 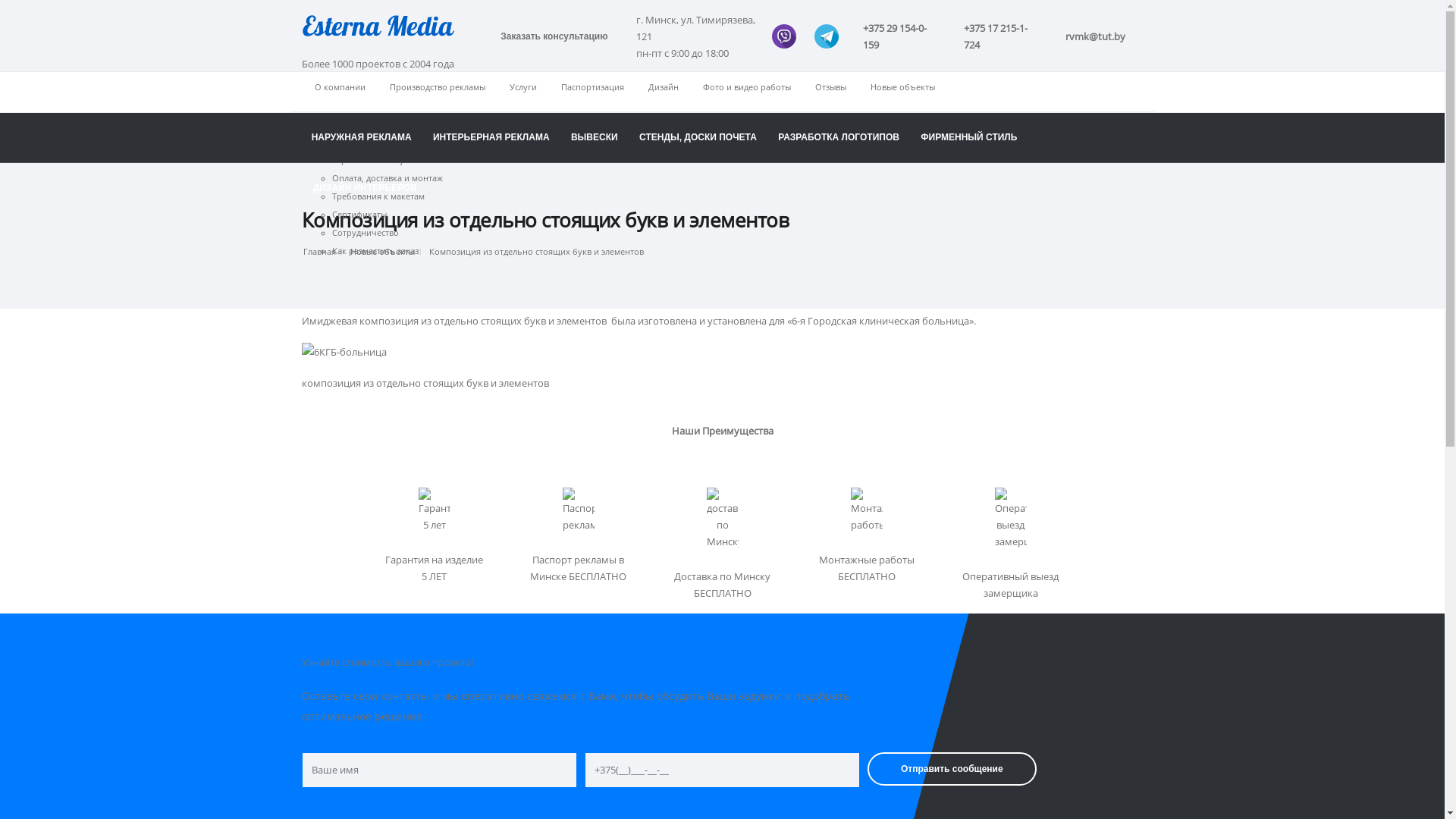 What do you see at coordinates (1002, 35) in the screenshot?
I see `'+375 17 215-1-724'` at bounding box center [1002, 35].